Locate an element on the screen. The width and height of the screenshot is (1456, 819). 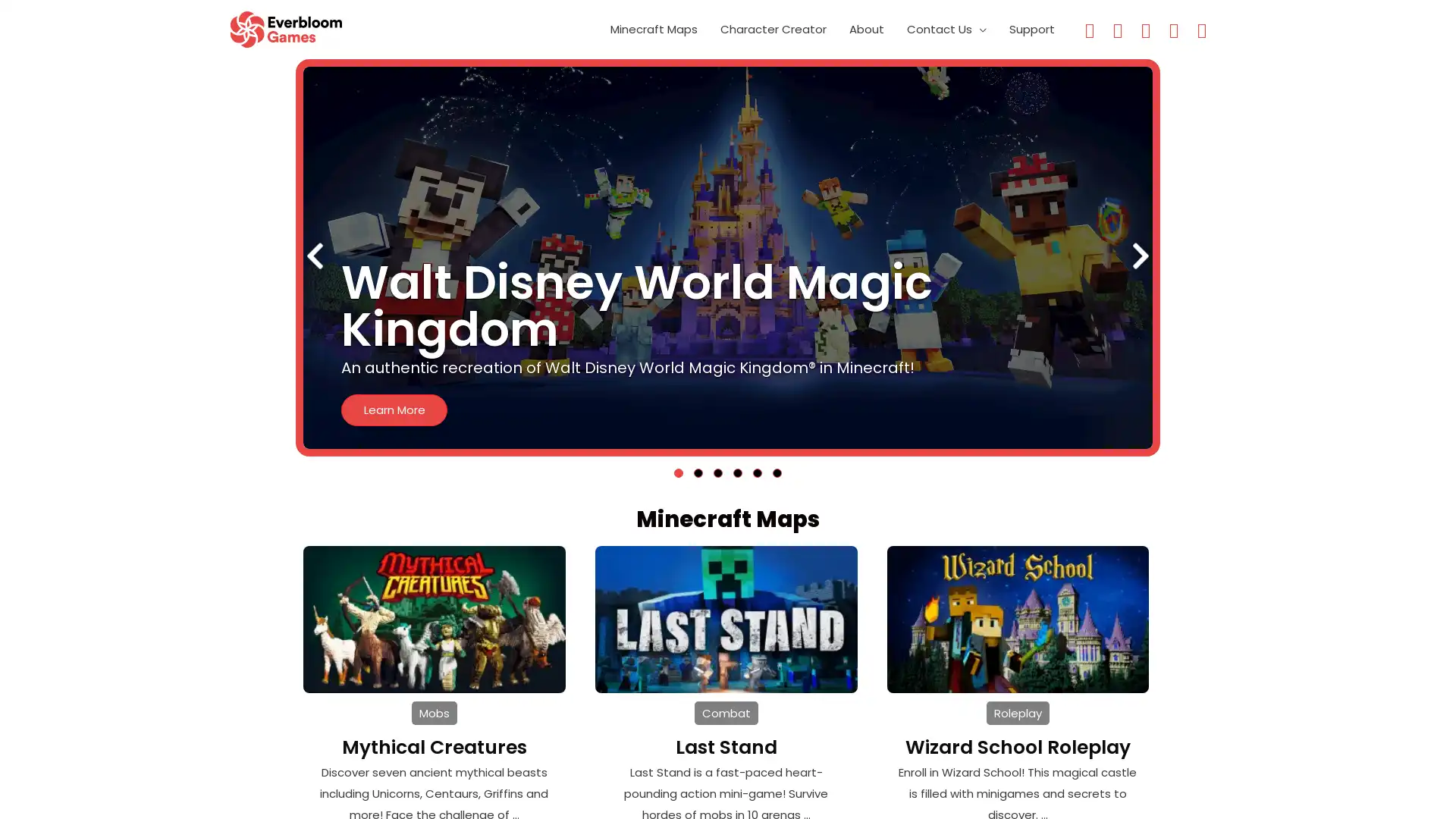
Next is located at coordinates (1140, 258).